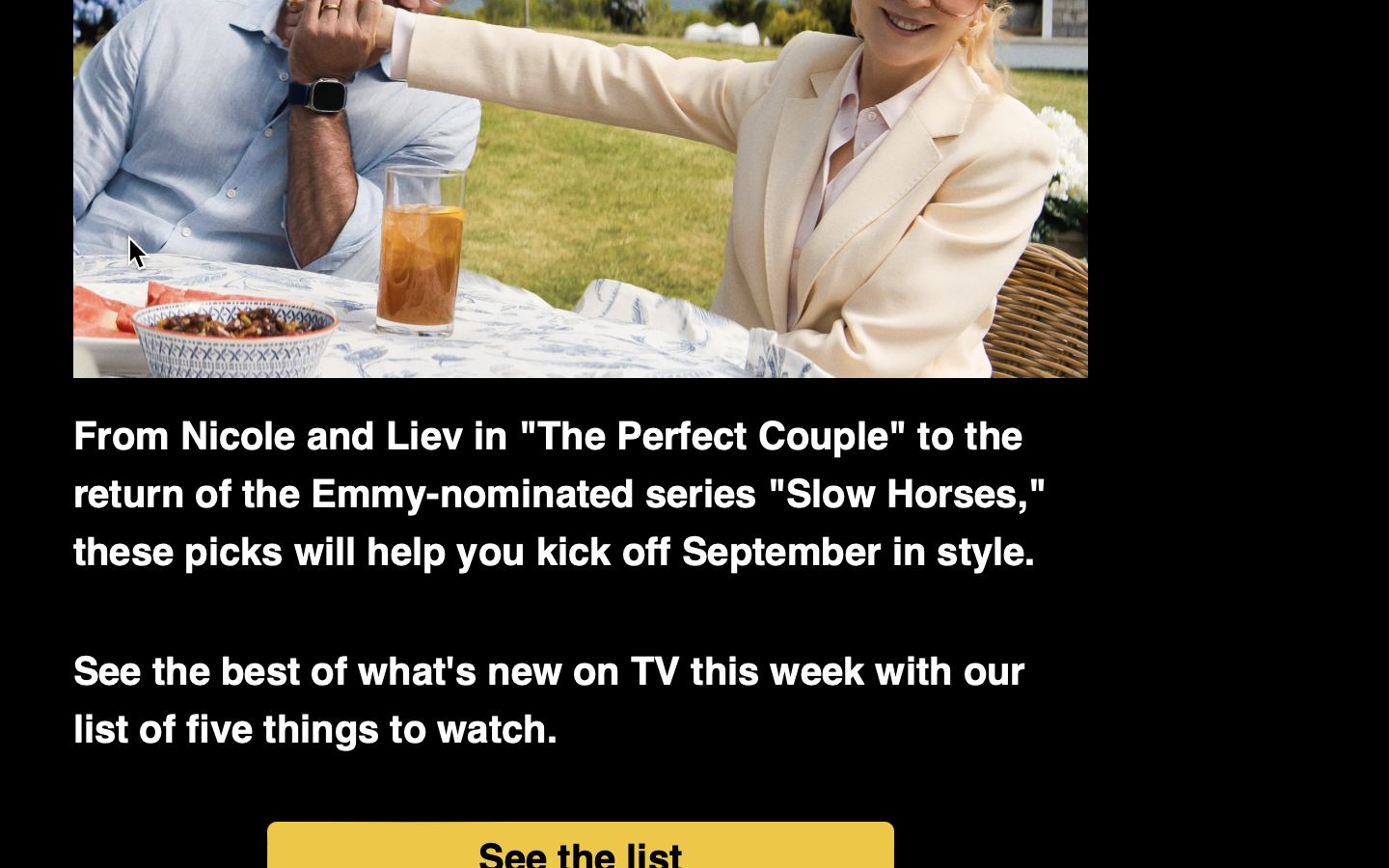 Image resolution: width=1389 pixels, height=868 pixels. Describe the element at coordinates (549, 700) in the screenshot. I see `'See the best of what'` at that location.